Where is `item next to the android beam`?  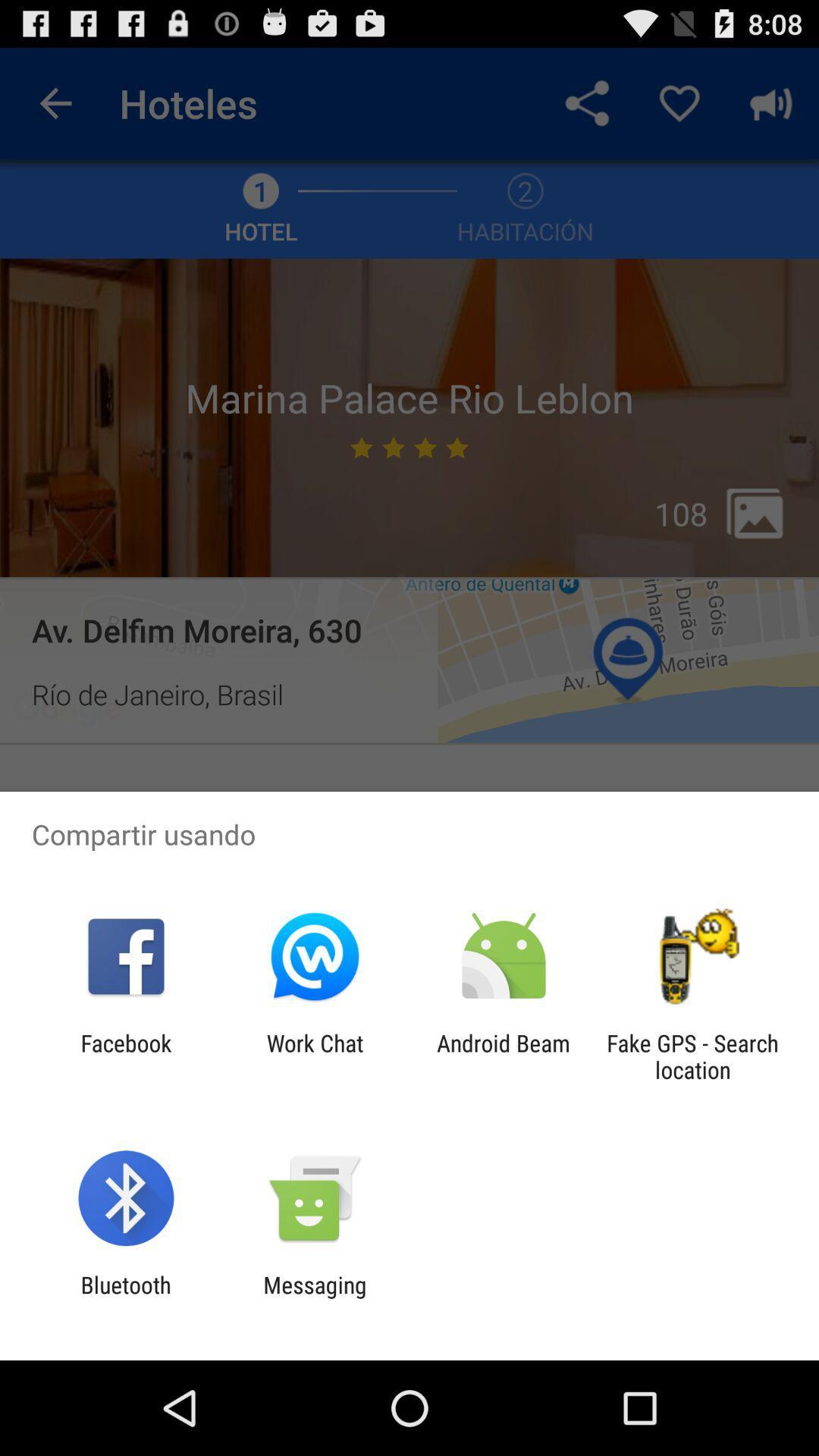 item next to the android beam is located at coordinates (692, 1056).